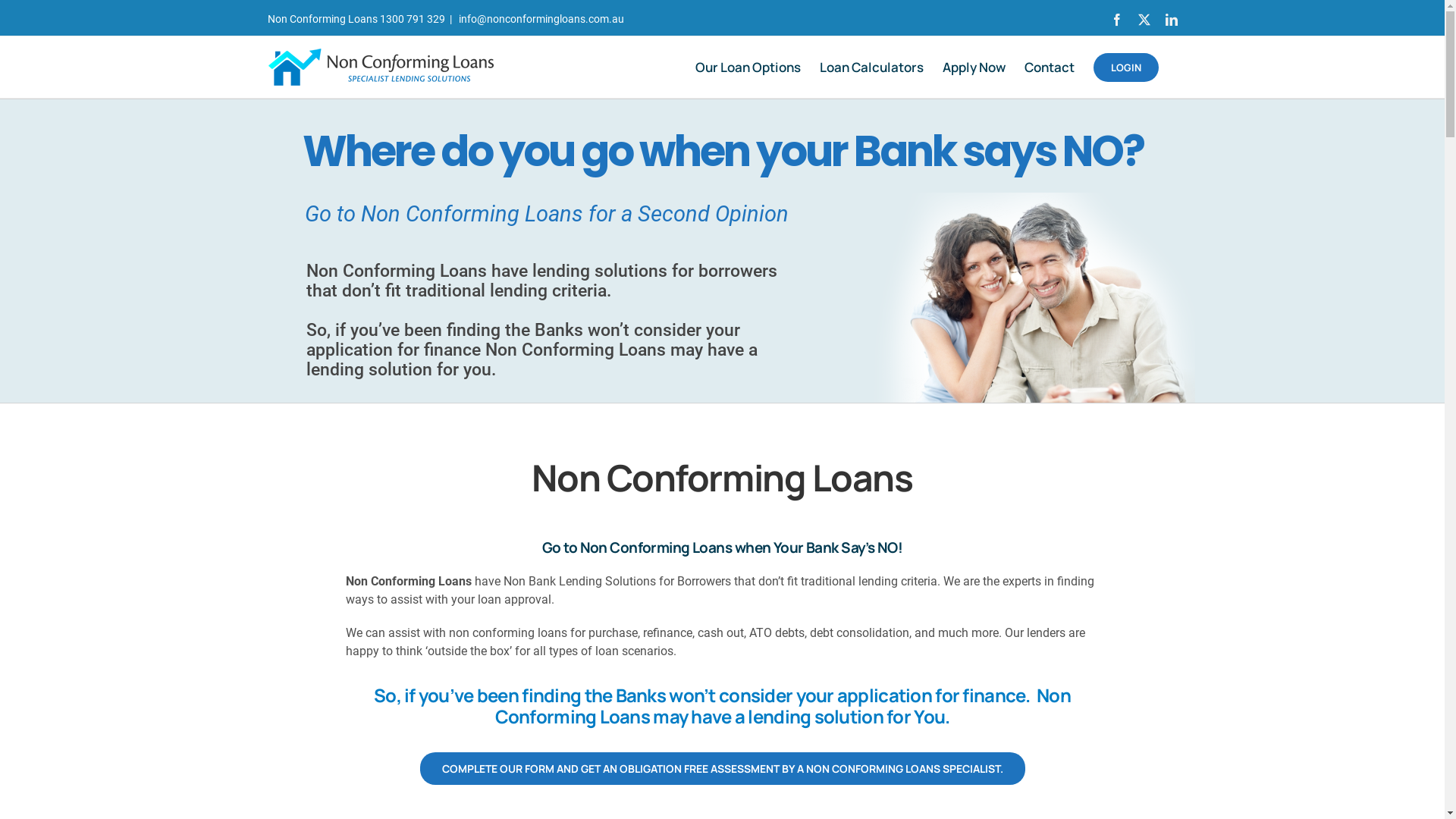 This screenshot has height=819, width=1456. I want to click on 'LinkedIn', so click(1170, 20).